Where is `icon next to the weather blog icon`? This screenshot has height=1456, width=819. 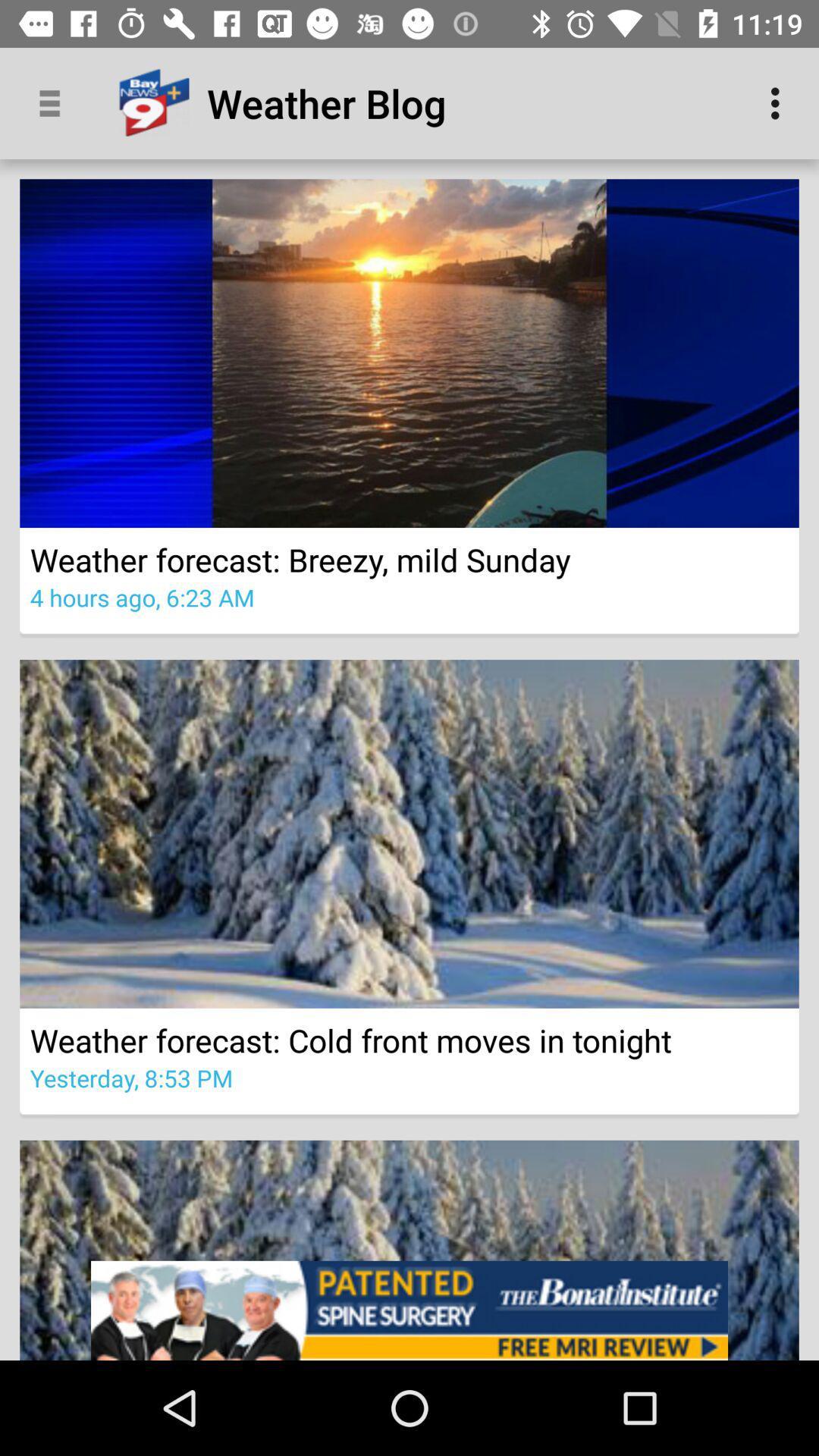 icon next to the weather blog icon is located at coordinates (779, 102).